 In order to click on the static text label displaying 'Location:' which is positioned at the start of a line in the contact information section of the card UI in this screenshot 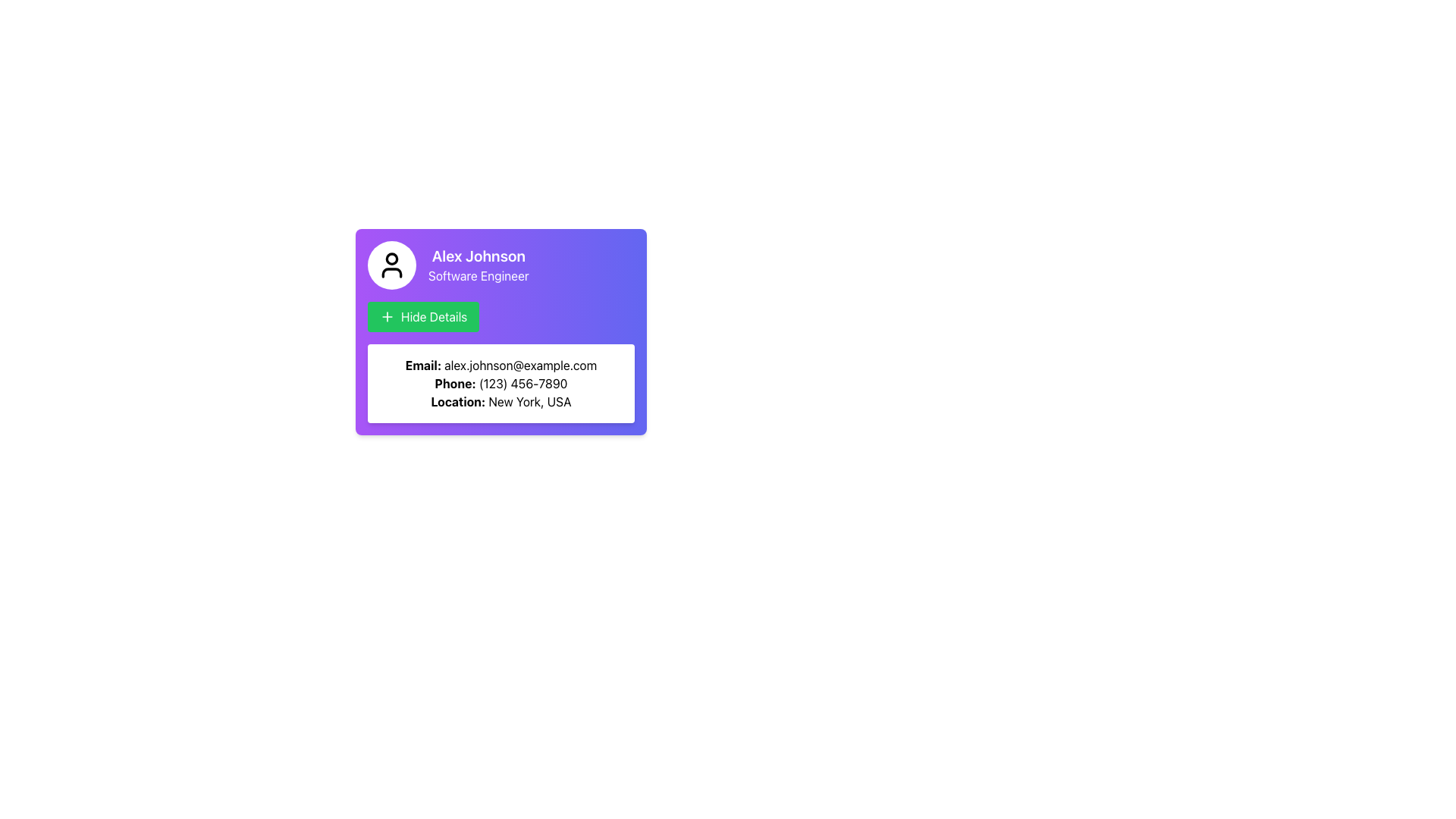, I will do `click(457, 400)`.